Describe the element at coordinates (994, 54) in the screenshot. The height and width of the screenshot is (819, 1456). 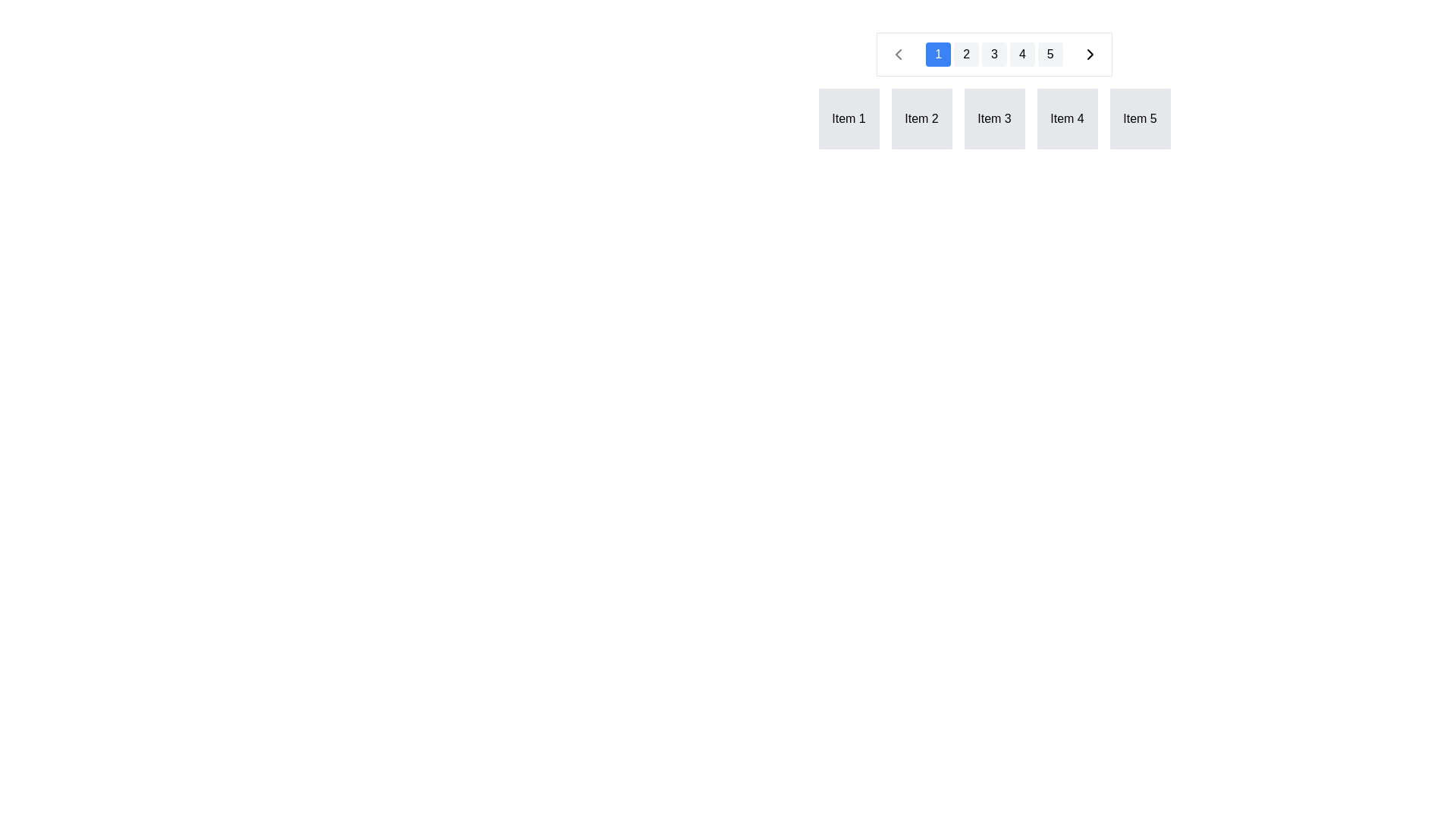
I see `the button labeled '3', which is the third button in a horizontally arranged group of five buttons` at that location.